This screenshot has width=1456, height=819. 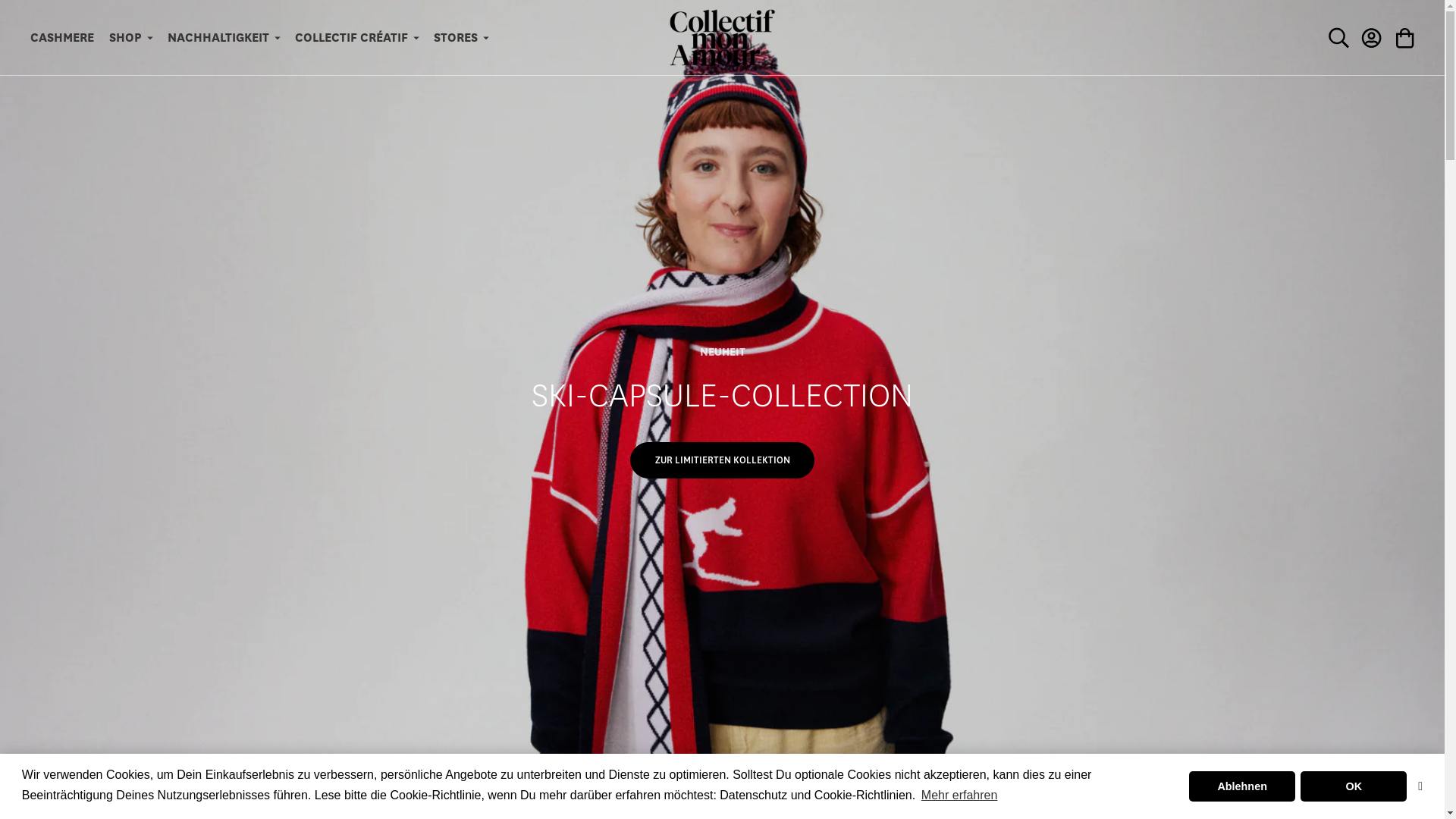 What do you see at coordinates (61, 37) in the screenshot?
I see `'CASHMERE'` at bounding box center [61, 37].